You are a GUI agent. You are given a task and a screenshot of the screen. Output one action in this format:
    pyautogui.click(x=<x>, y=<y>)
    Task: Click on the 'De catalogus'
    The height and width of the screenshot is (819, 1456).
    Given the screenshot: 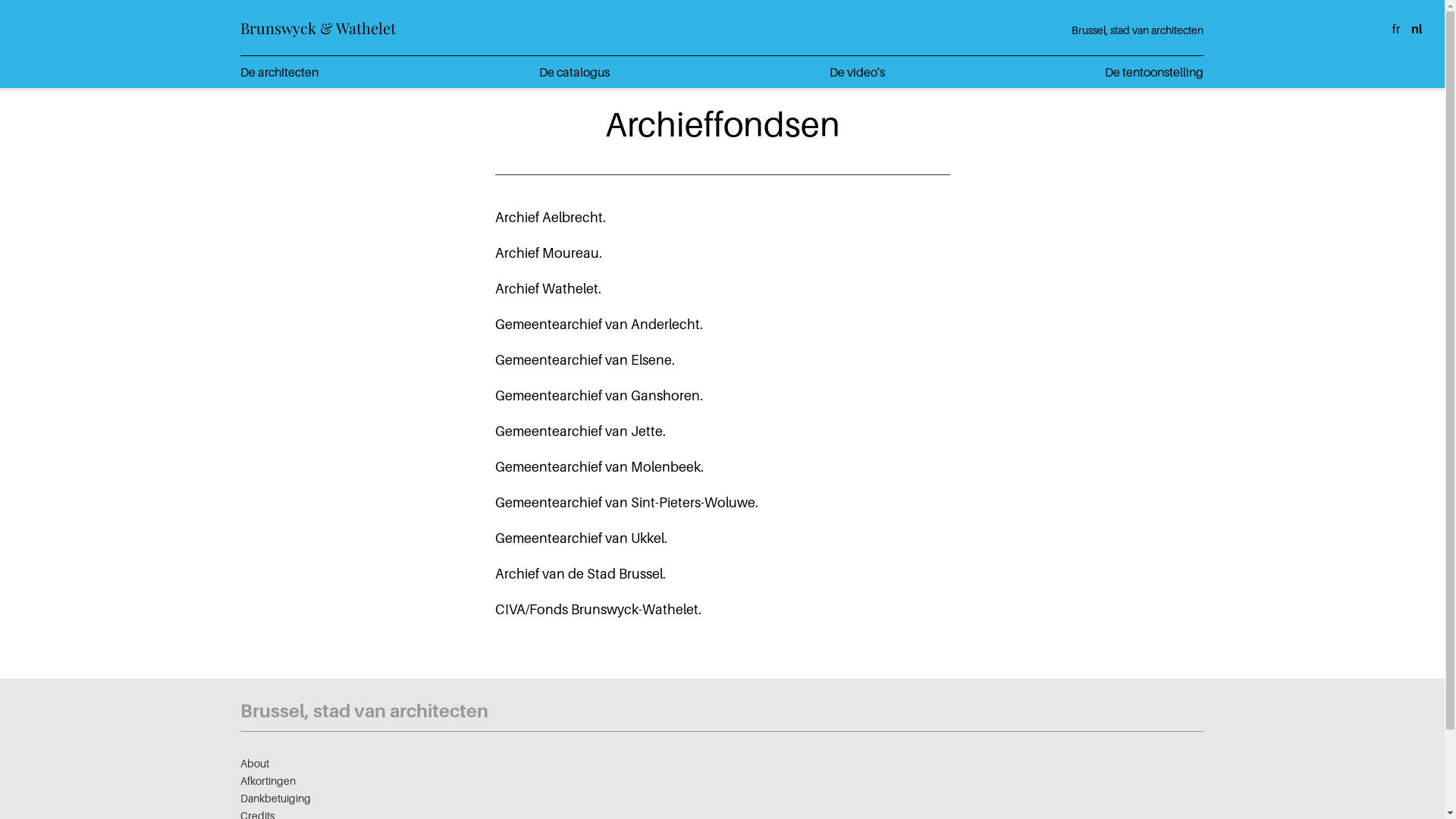 What is the action you would take?
    pyautogui.click(x=573, y=72)
    